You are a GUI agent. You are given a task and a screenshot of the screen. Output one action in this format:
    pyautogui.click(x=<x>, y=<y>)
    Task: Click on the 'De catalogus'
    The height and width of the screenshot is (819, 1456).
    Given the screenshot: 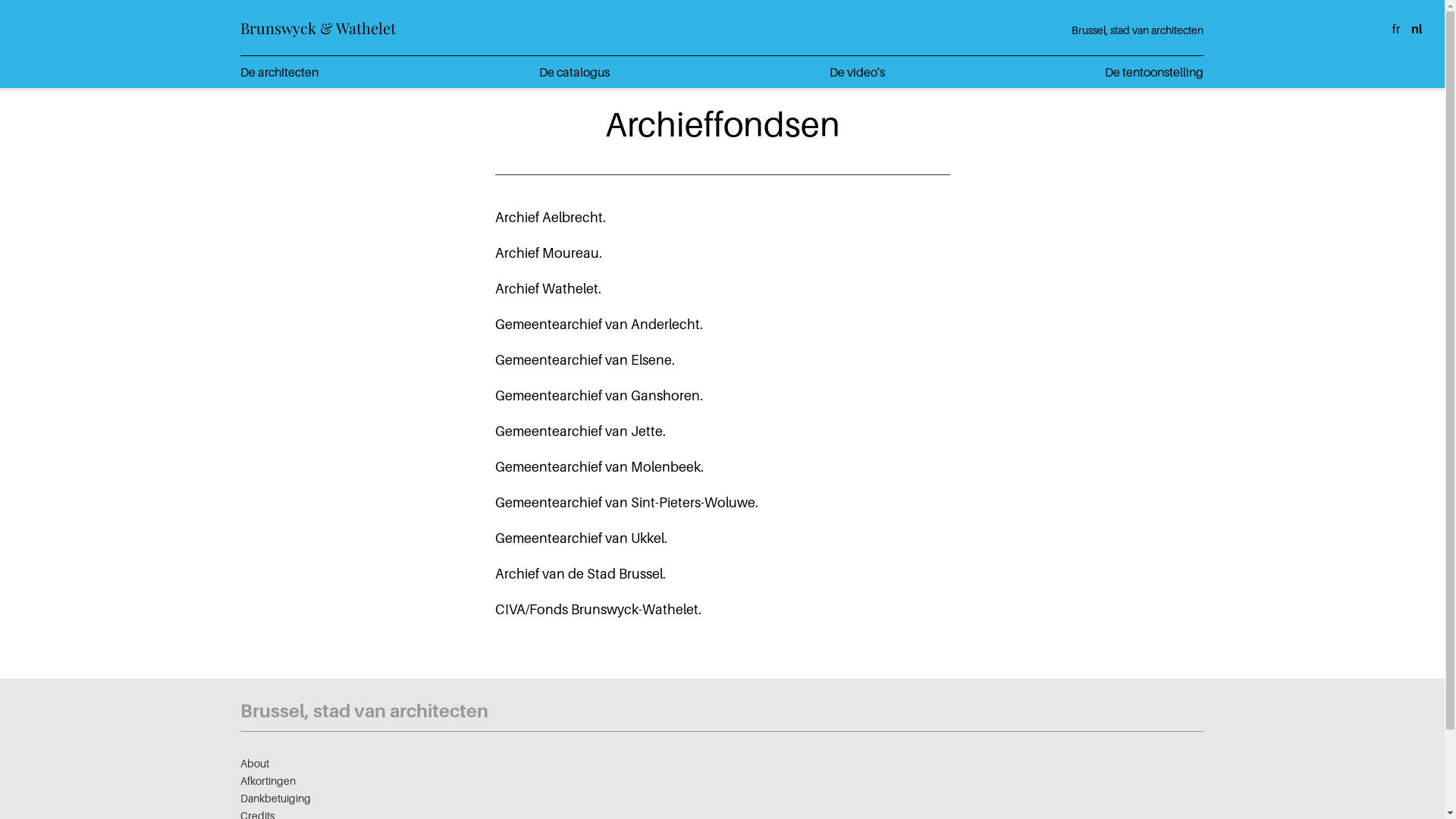 What is the action you would take?
    pyautogui.click(x=573, y=72)
    